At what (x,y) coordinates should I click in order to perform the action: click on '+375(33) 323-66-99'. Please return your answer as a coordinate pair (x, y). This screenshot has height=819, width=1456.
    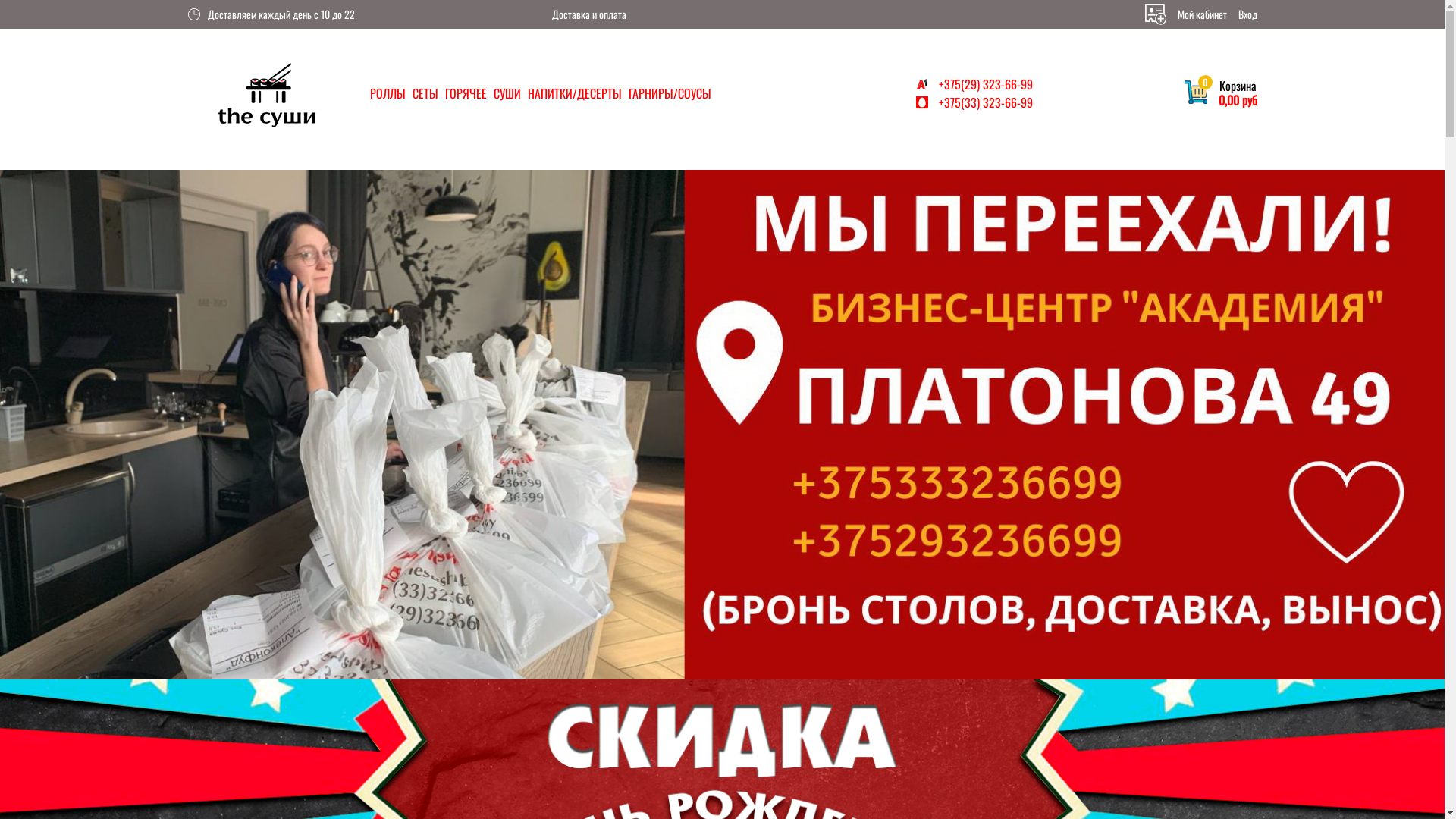
    Looking at the image, I should click on (915, 102).